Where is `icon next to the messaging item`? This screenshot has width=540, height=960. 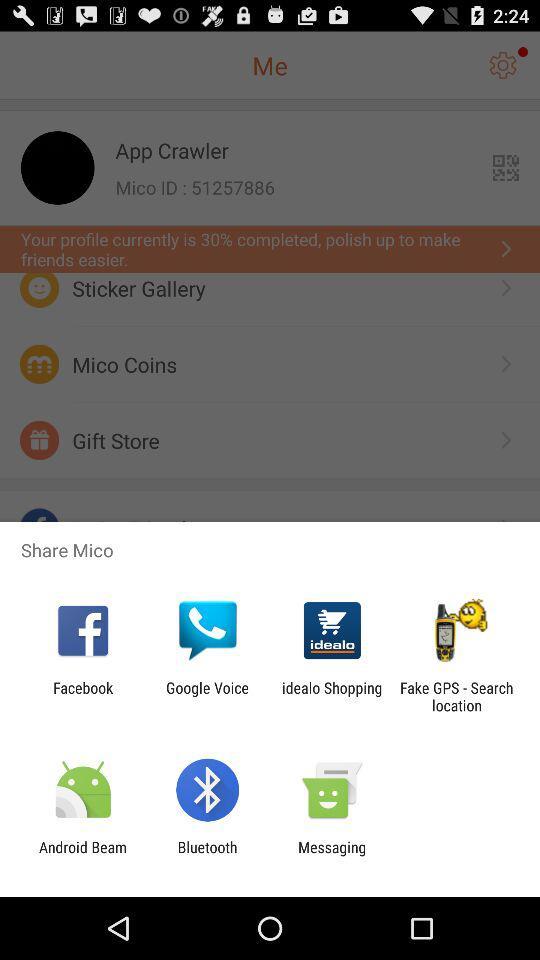
icon next to the messaging item is located at coordinates (206, 855).